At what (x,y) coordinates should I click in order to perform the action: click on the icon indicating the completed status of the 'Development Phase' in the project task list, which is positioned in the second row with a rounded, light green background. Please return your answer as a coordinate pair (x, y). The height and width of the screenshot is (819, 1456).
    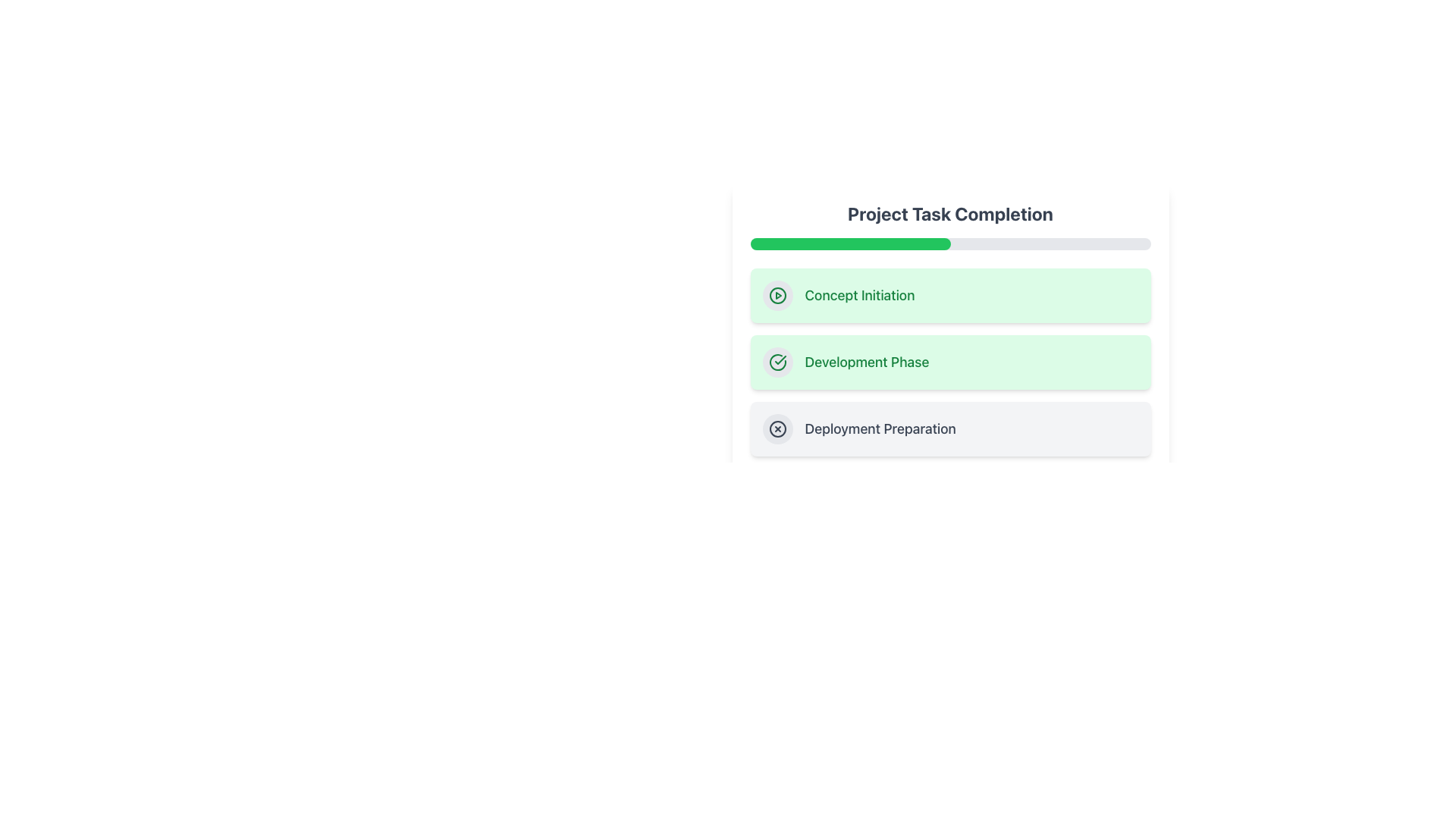
    Looking at the image, I should click on (777, 362).